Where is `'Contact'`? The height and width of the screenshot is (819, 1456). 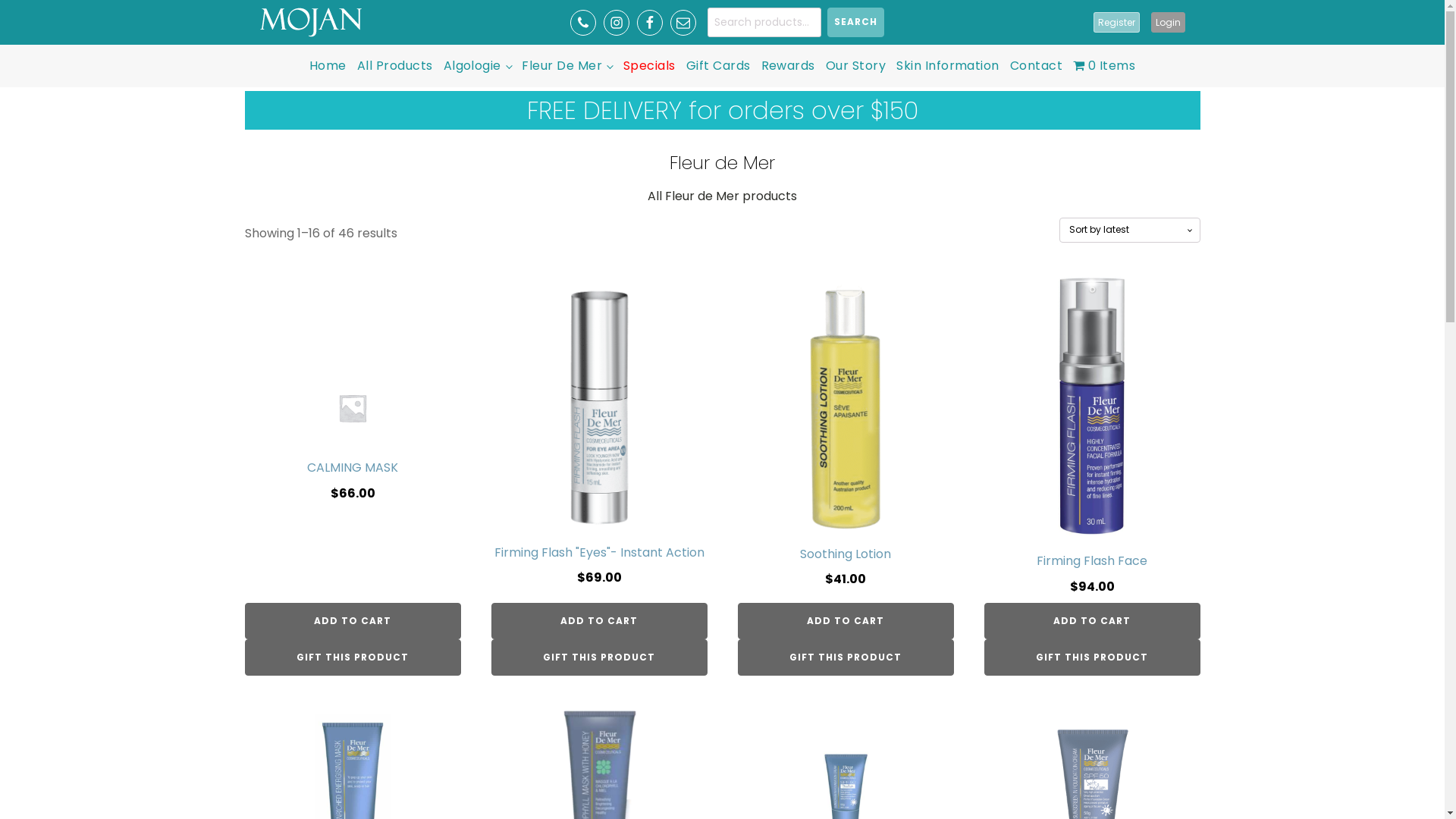 'Contact' is located at coordinates (1035, 65).